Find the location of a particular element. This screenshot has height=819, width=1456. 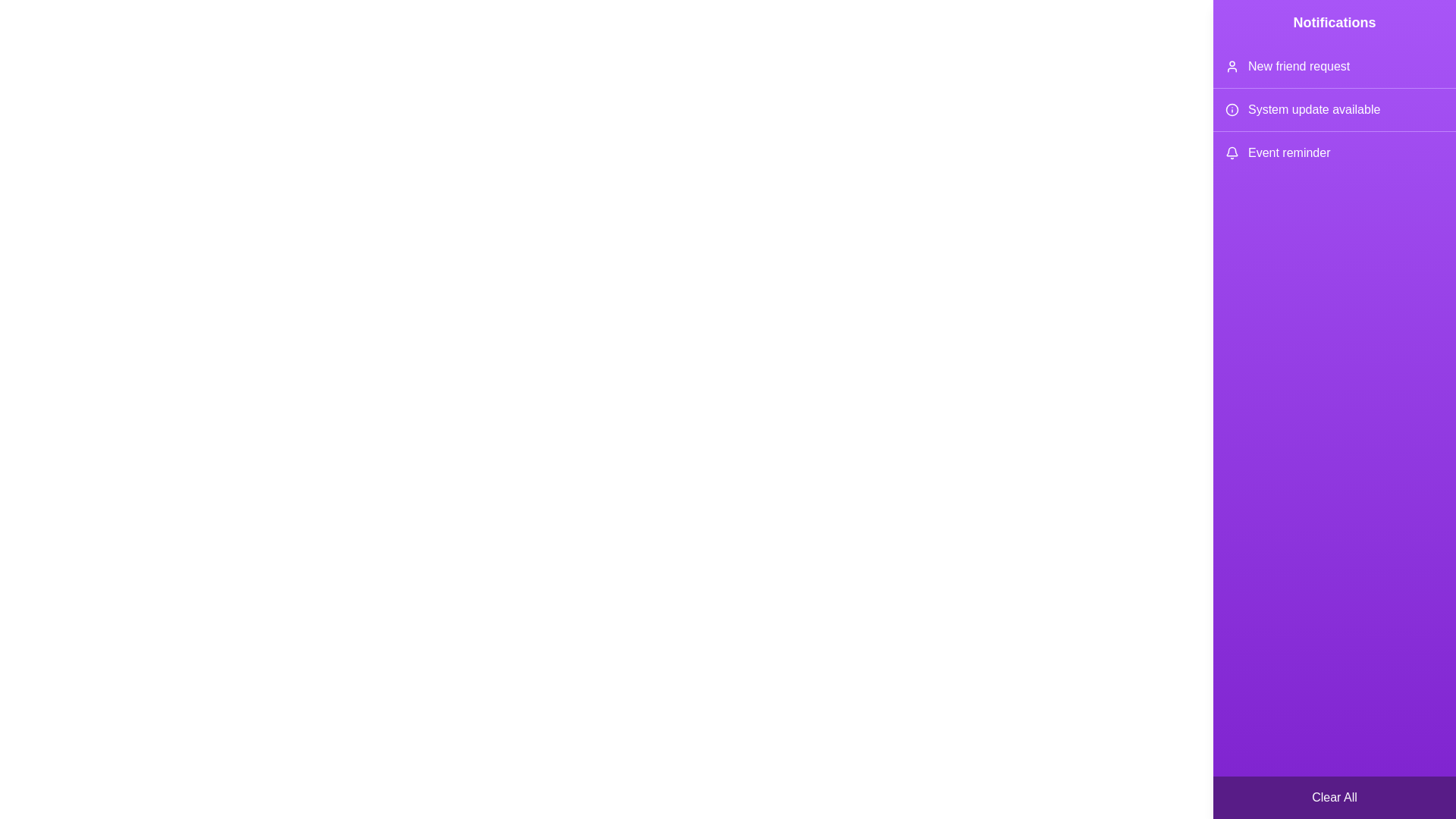

the icon corresponding to System update available in the notification drawer is located at coordinates (1232, 109).